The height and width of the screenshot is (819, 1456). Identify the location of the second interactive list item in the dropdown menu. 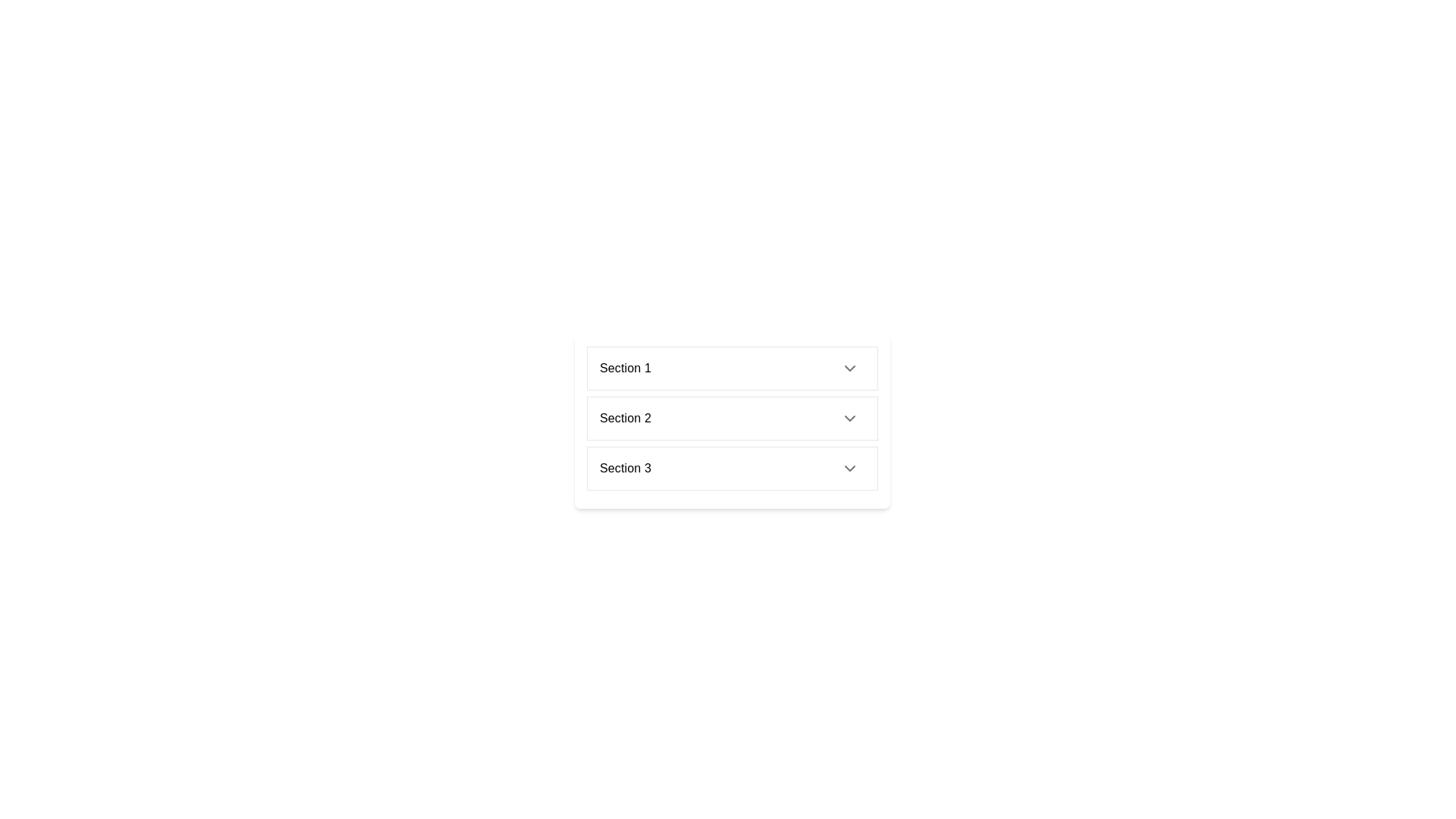
(732, 415).